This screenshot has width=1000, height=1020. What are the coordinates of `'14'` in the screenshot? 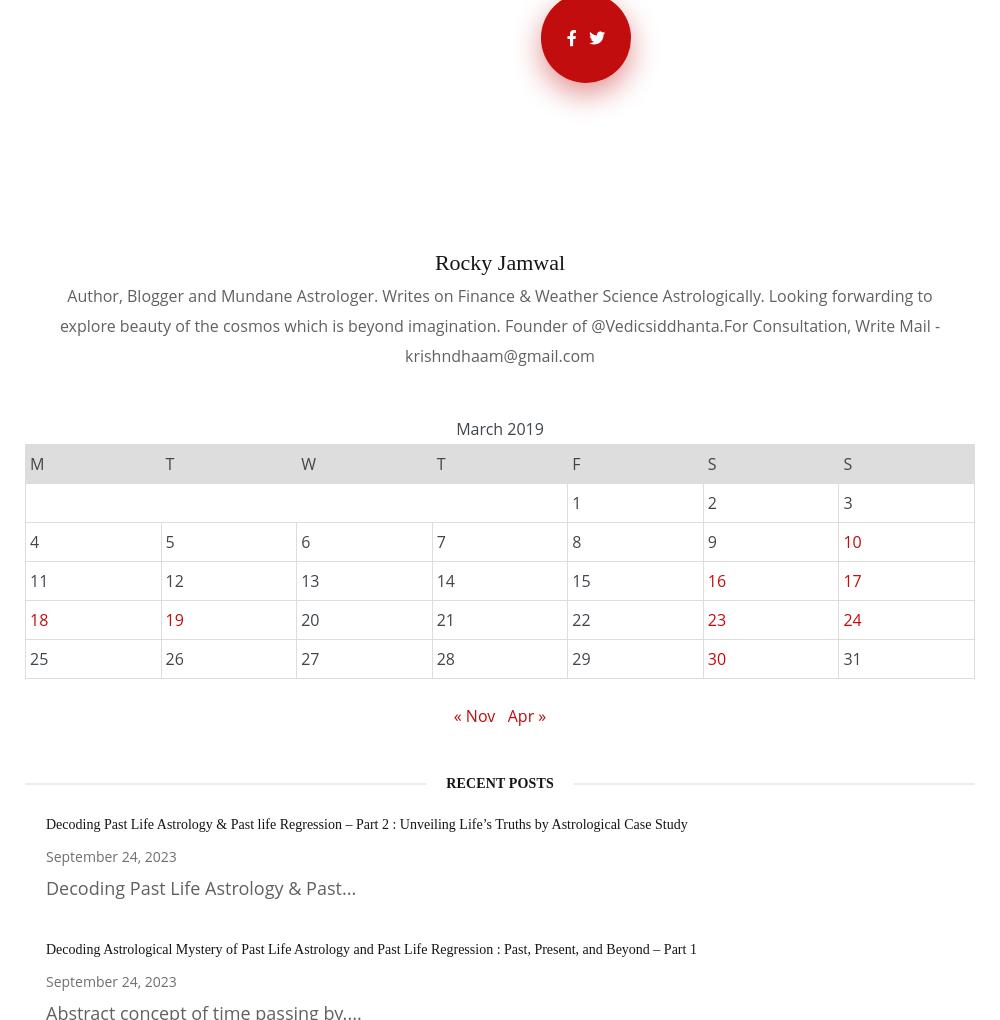 It's located at (444, 579).